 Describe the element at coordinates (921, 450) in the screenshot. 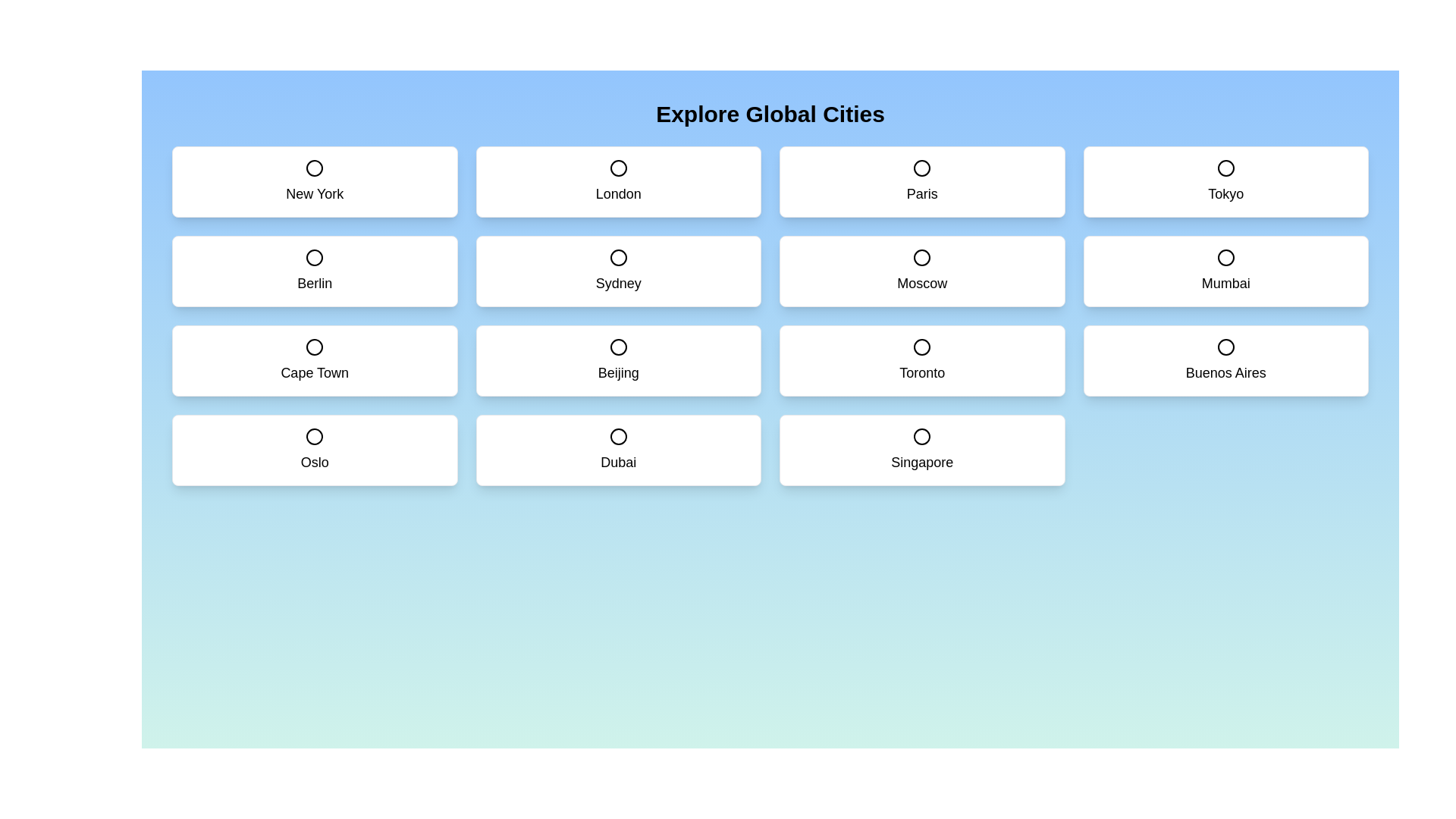

I see `the city card labeled Singapore to toggle its selection state` at that location.